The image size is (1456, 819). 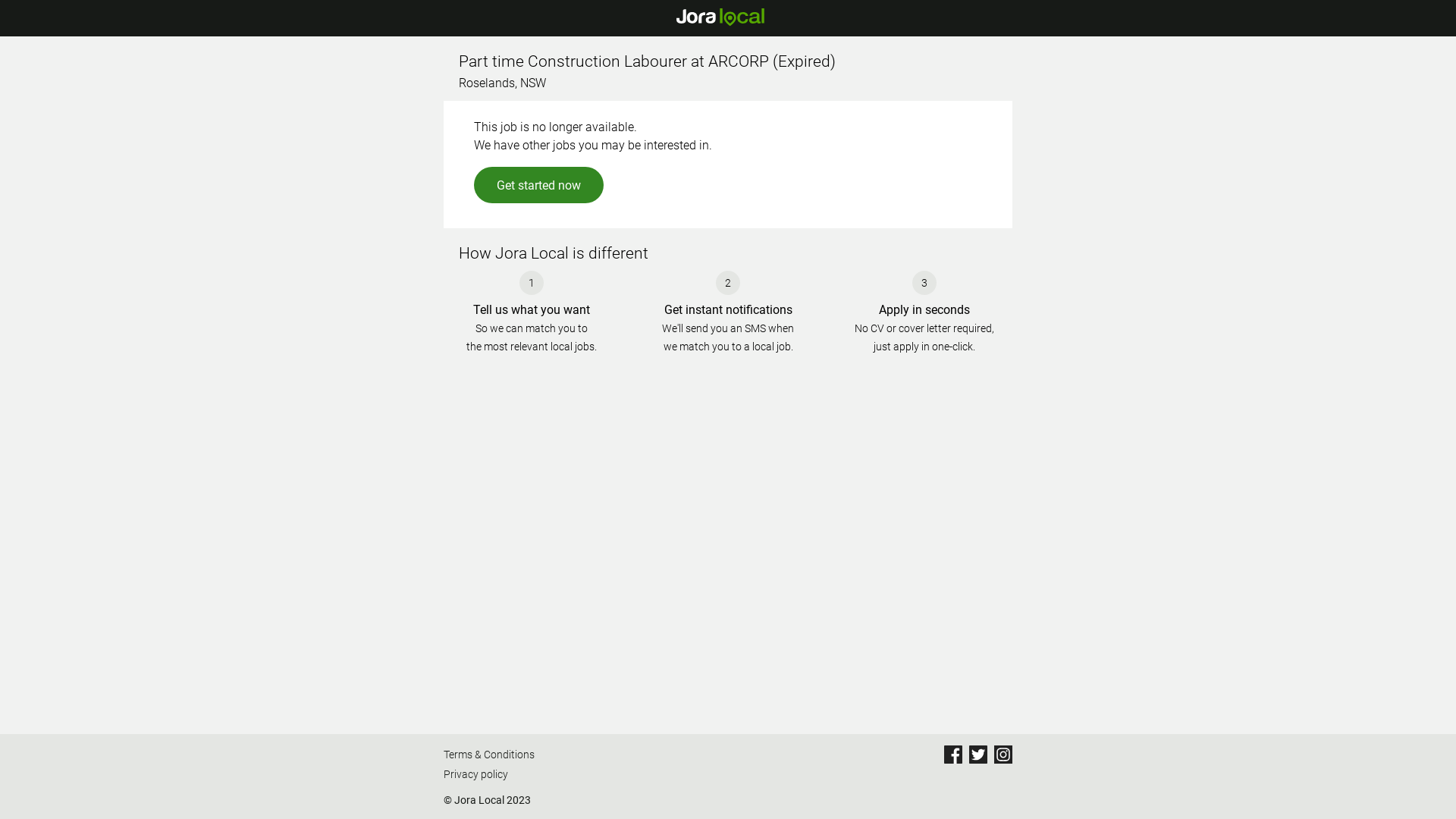 I want to click on 'Instagram', so click(x=1003, y=755).